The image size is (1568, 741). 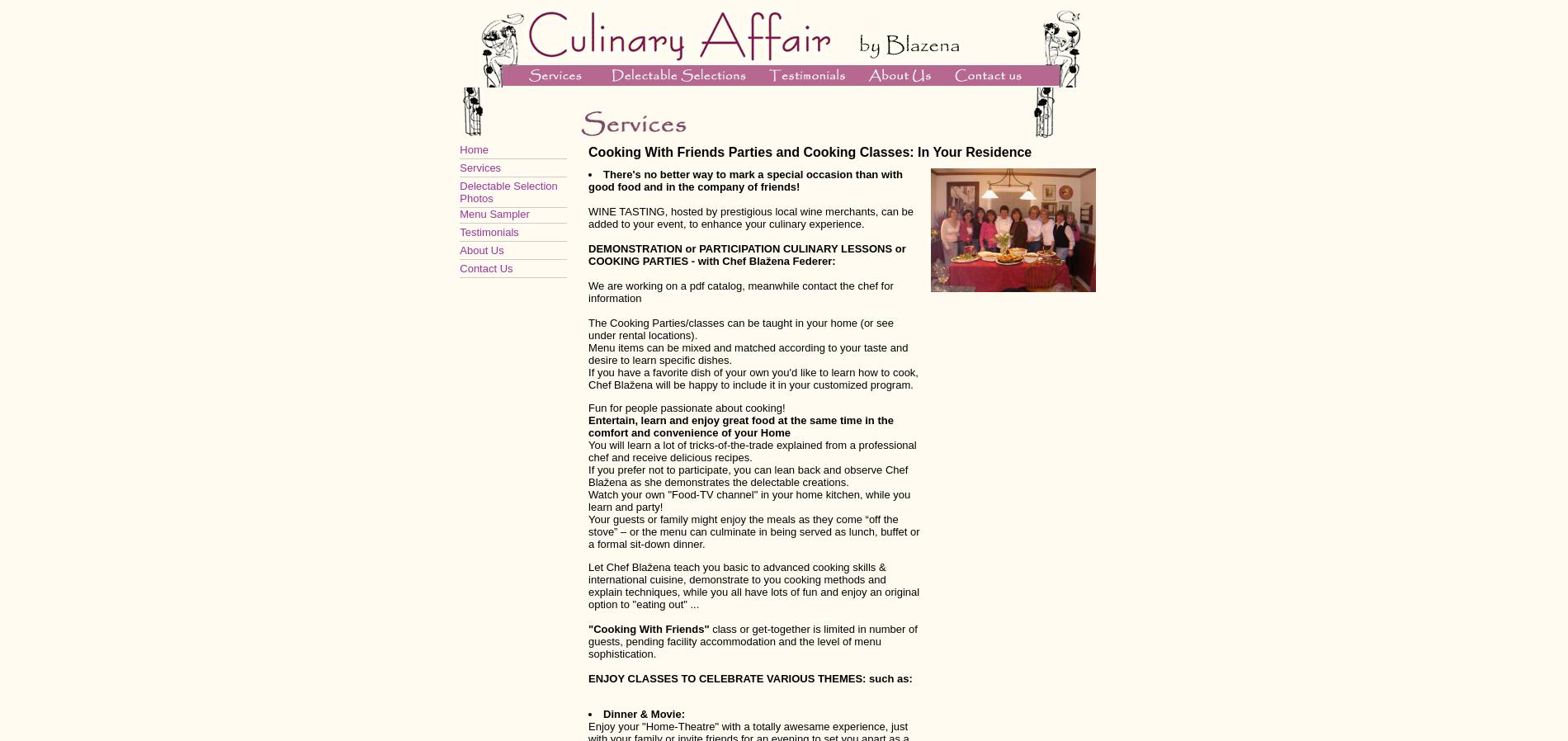 What do you see at coordinates (745, 255) in the screenshot?
I see `'DEMONSTRATION or PARTICIPATION CULINARY LESSONS or COOKING PARTIES - with Chef Blažena Federer:'` at bounding box center [745, 255].